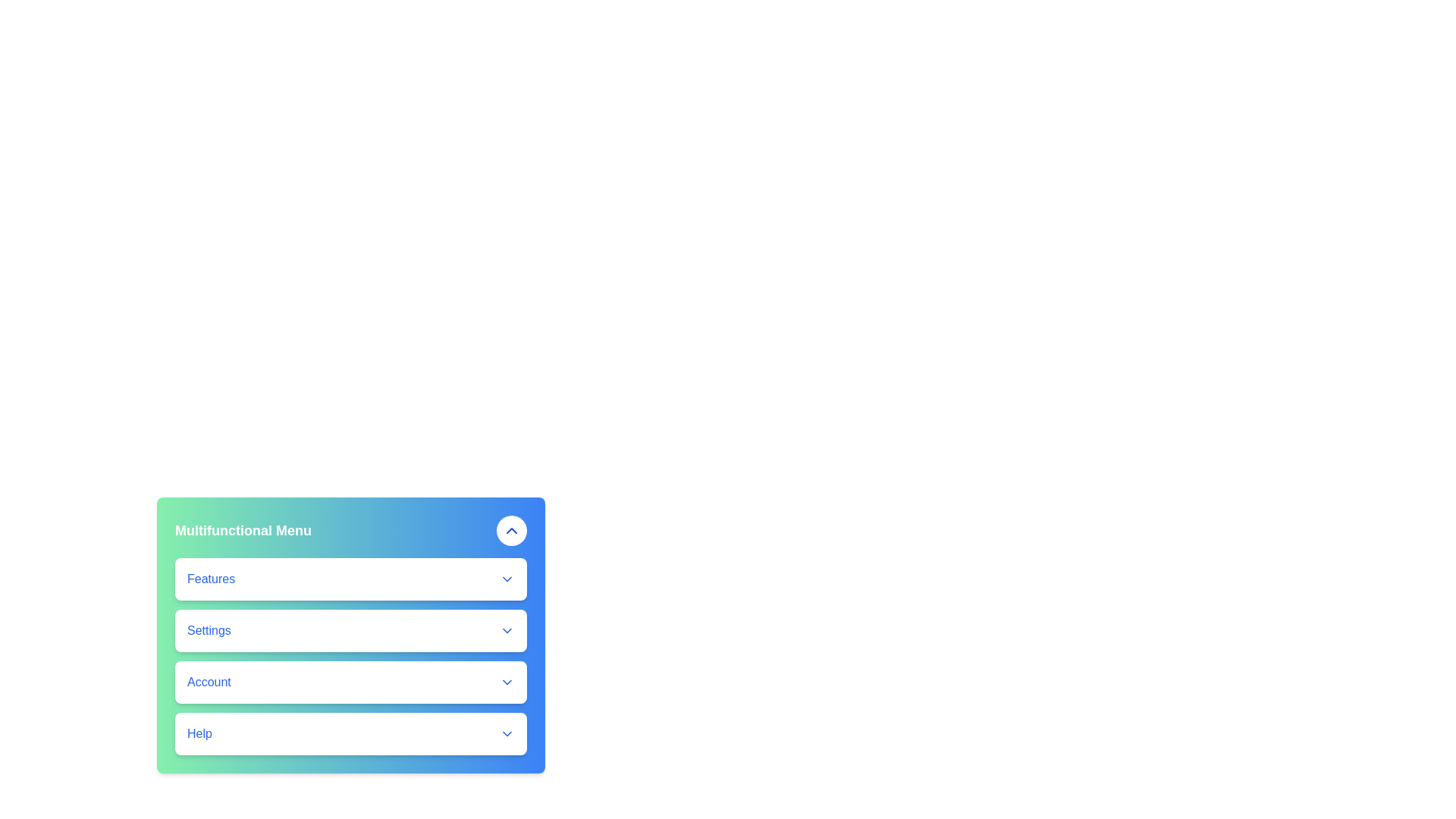  I want to click on the Dropdown menu trigger located at the bottom of the Multifunctional Menu to observe the hover effect, so click(350, 733).